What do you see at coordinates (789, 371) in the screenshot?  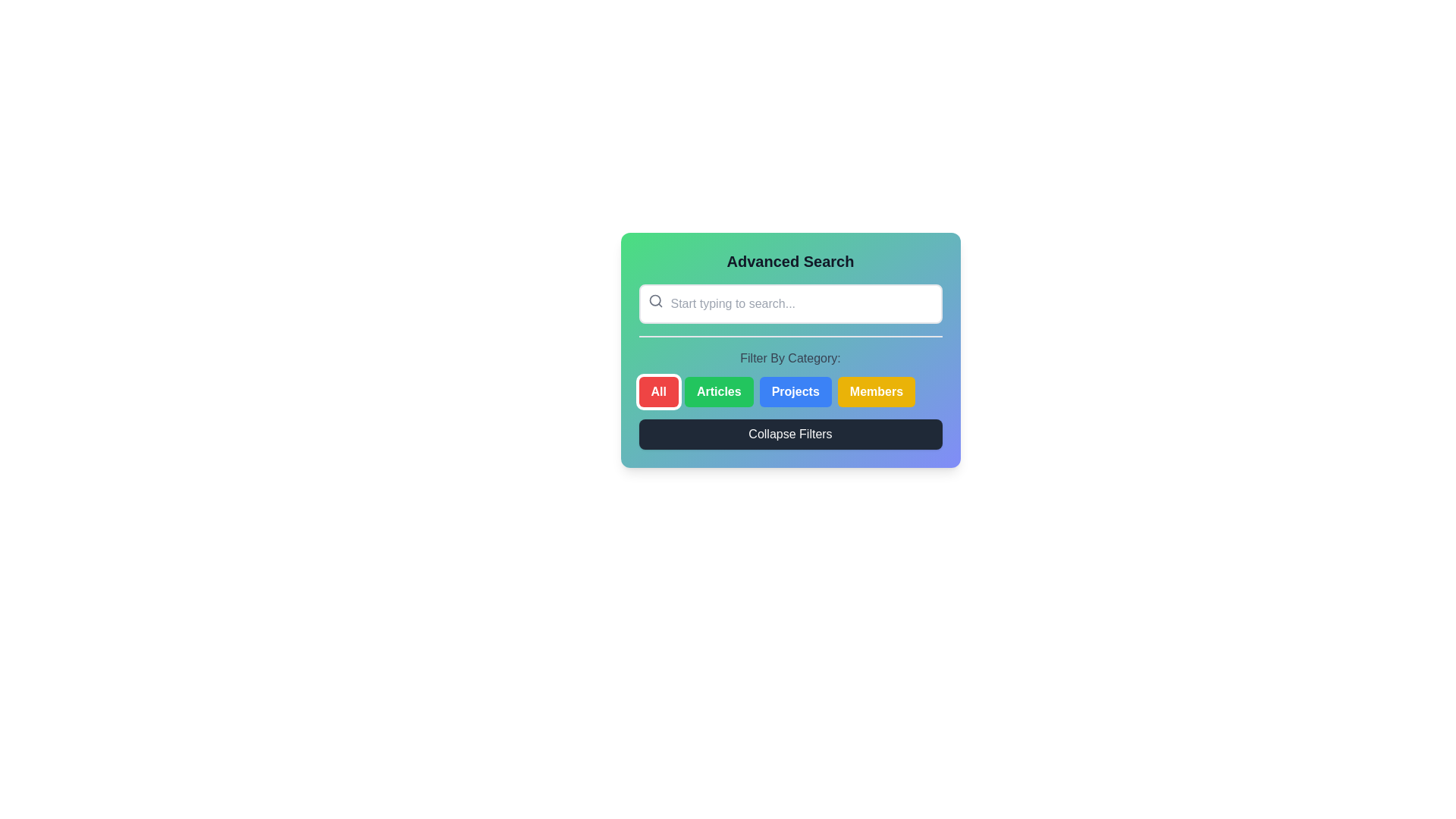 I see `the Filter component buttons located in the middle section of the card-like interface` at bounding box center [789, 371].